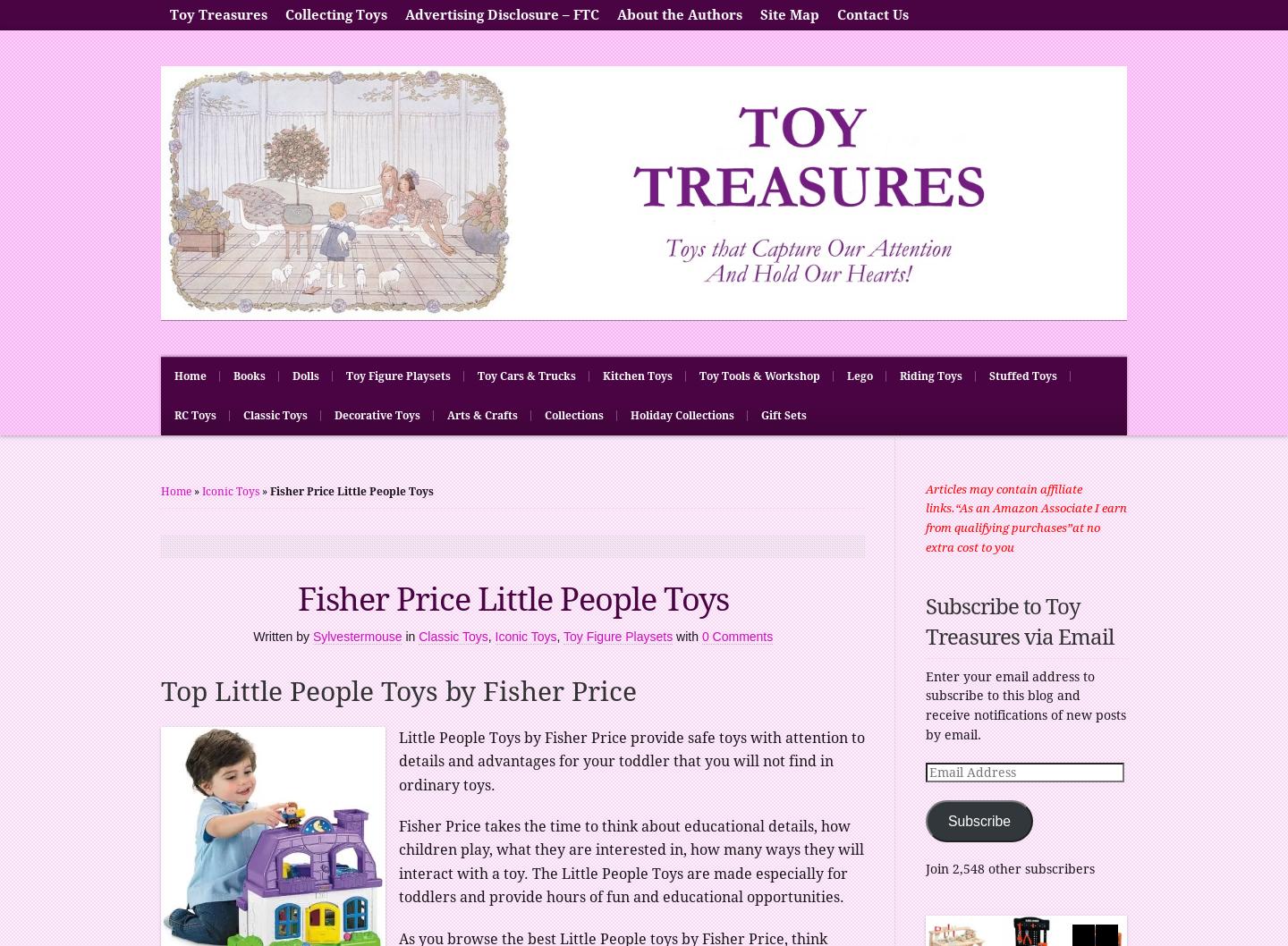  I want to click on 'in', so click(411, 637).